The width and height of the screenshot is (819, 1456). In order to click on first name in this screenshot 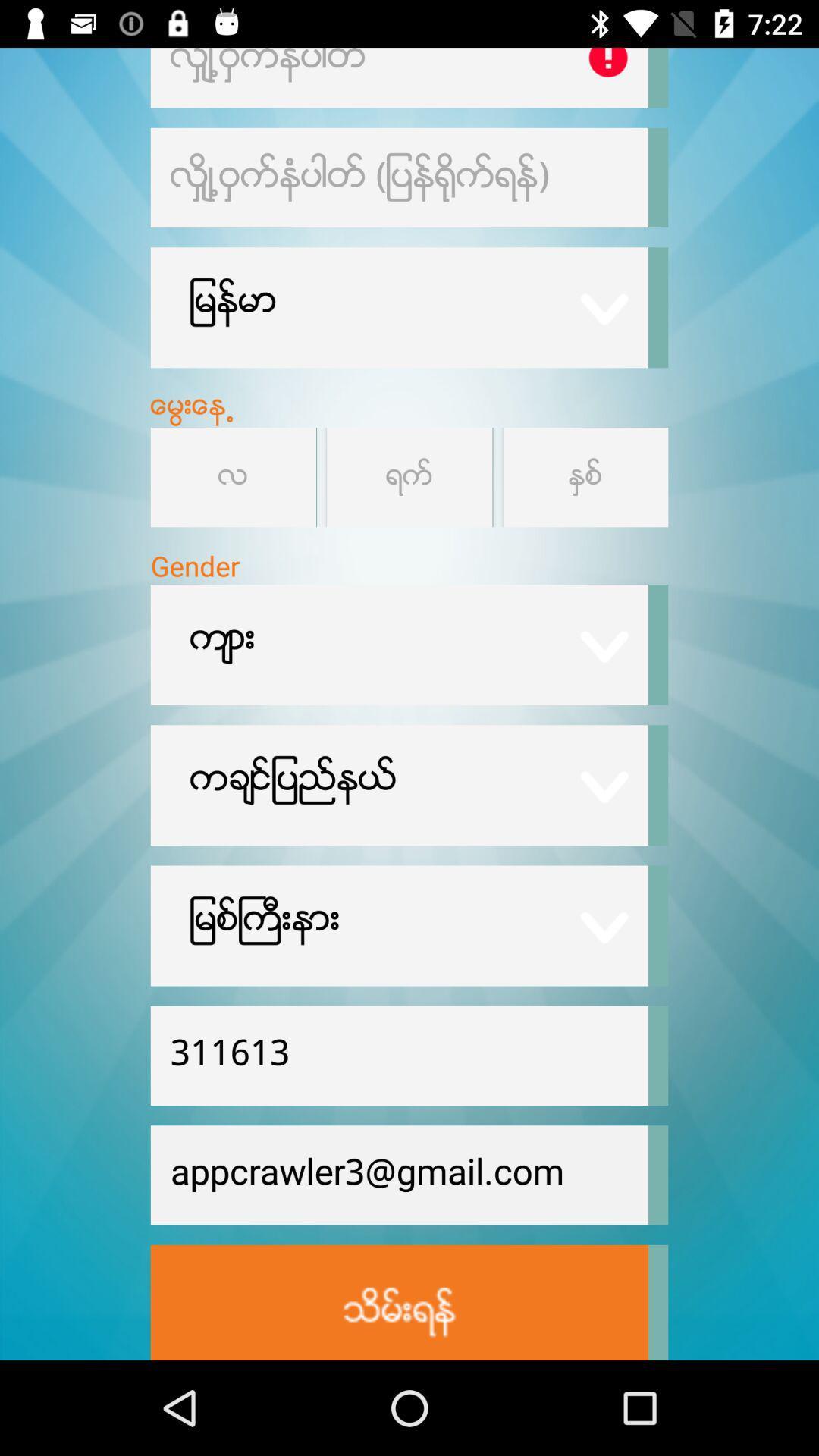, I will do `click(398, 77)`.